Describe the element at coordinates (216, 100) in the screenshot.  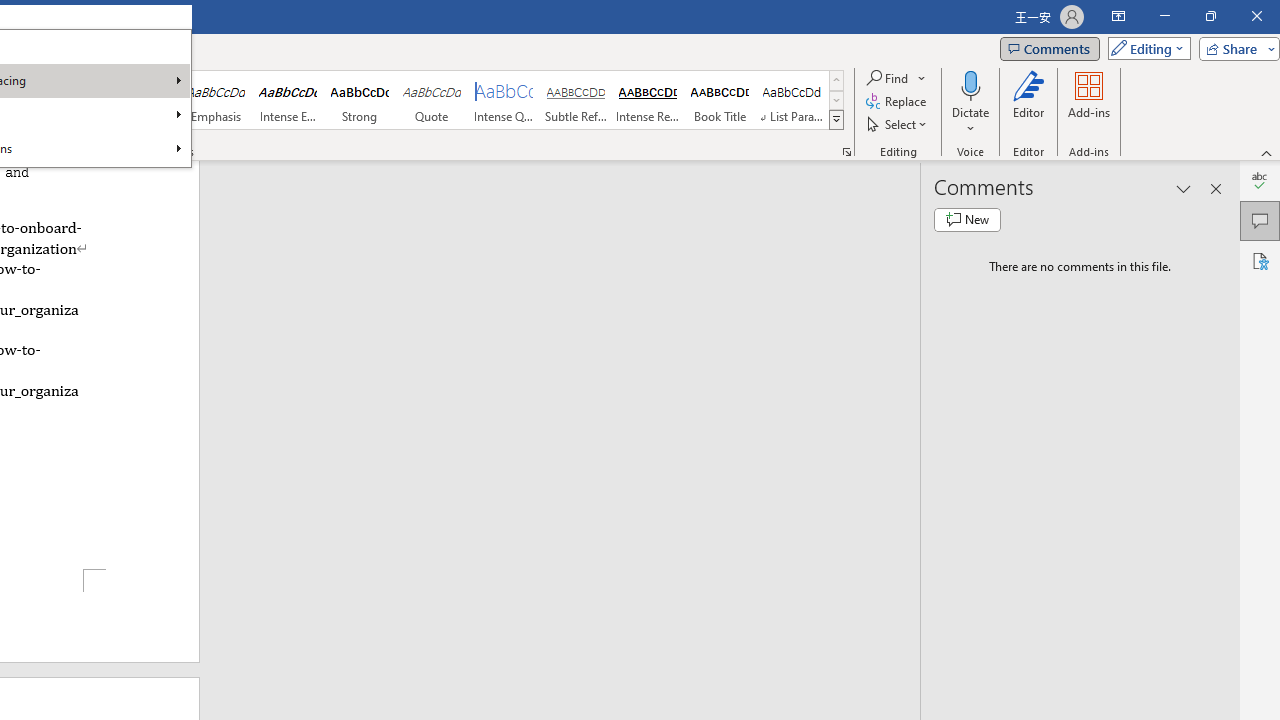
I see `'Emphasis'` at that location.